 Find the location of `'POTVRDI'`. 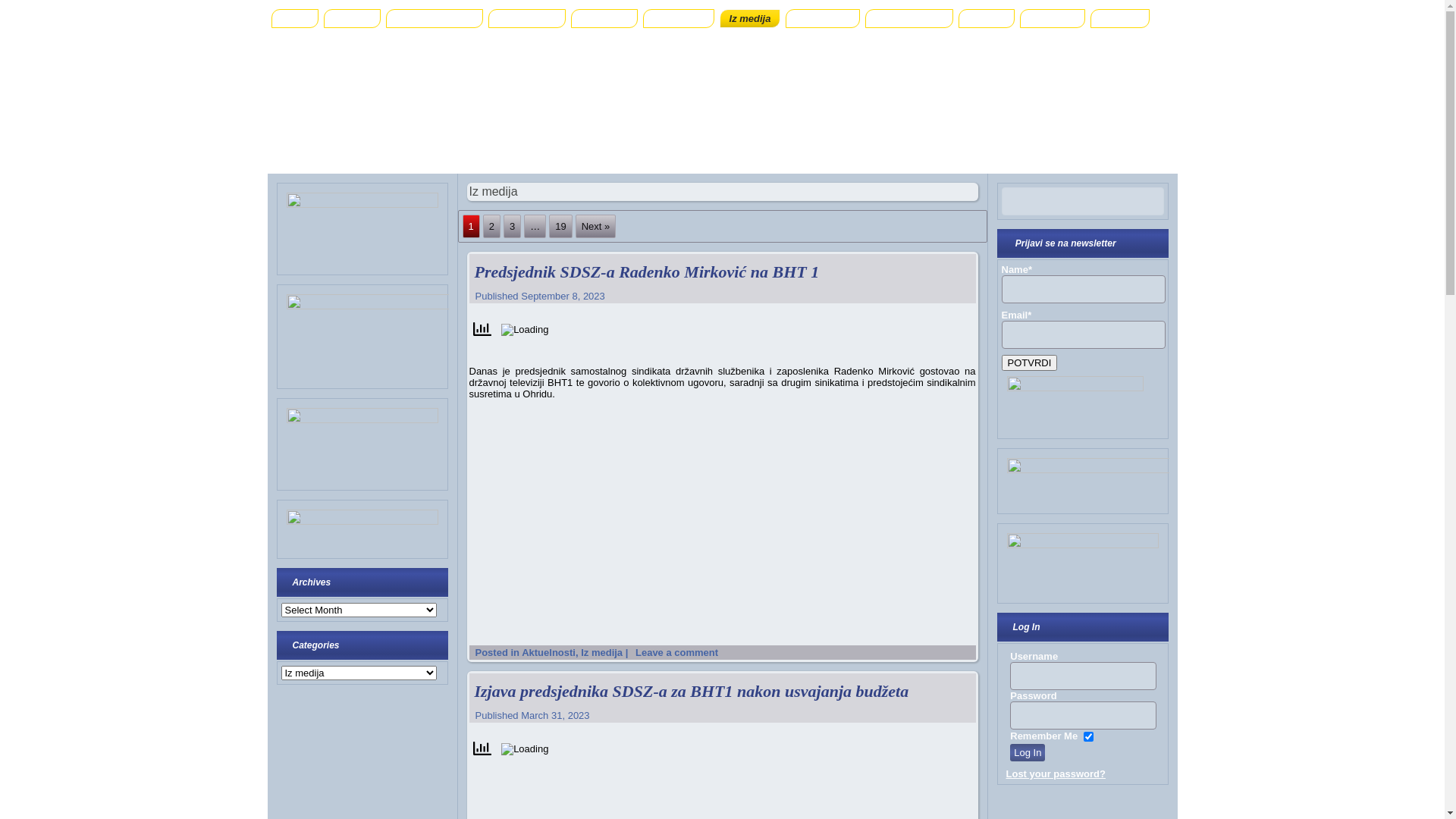

'POTVRDI' is located at coordinates (1001, 362).